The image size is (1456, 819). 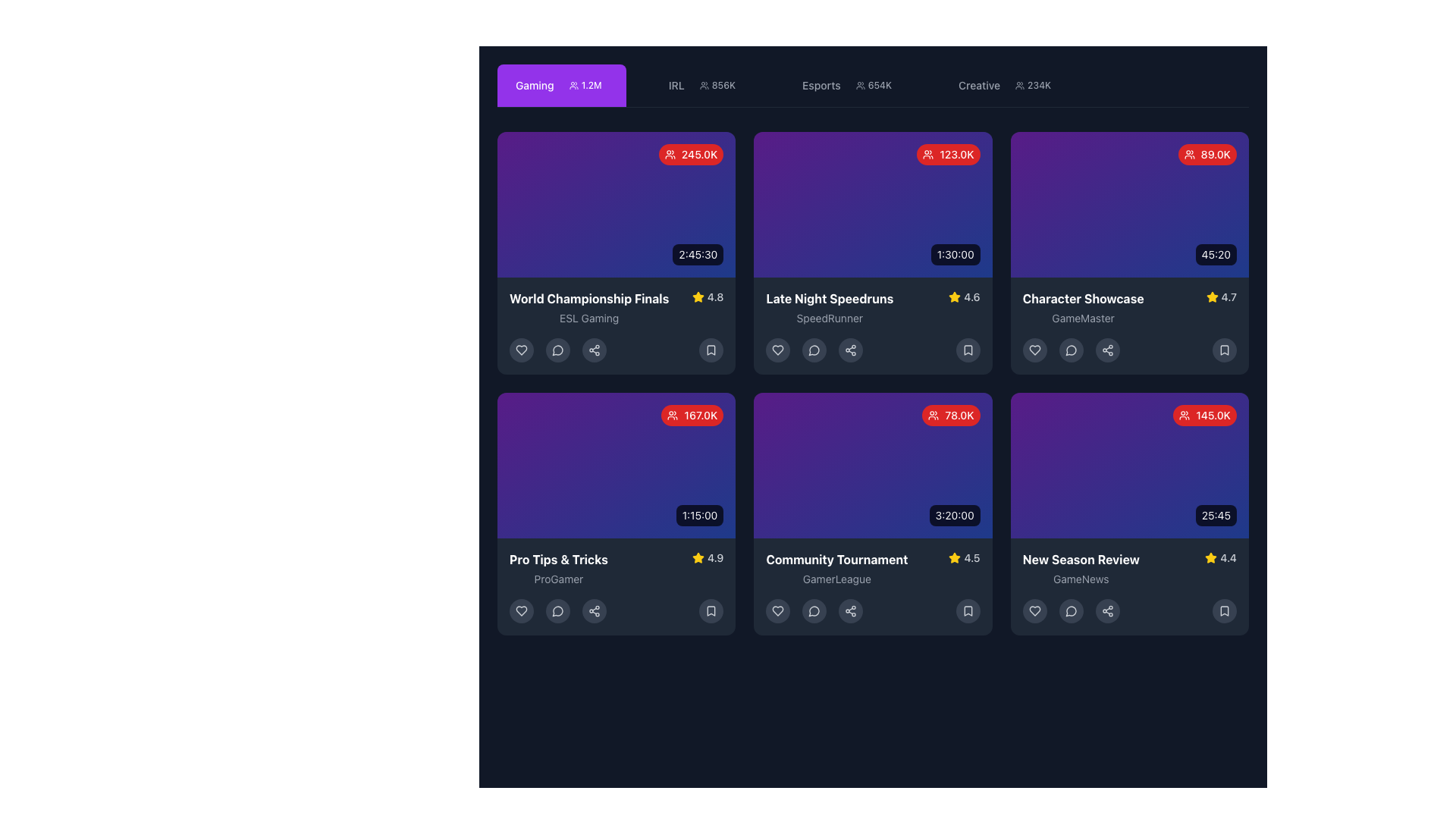 I want to click on the bookmark icon located in the bottom right corner of the 'Late Night Speedruns' card, so click(x=967, y=350).